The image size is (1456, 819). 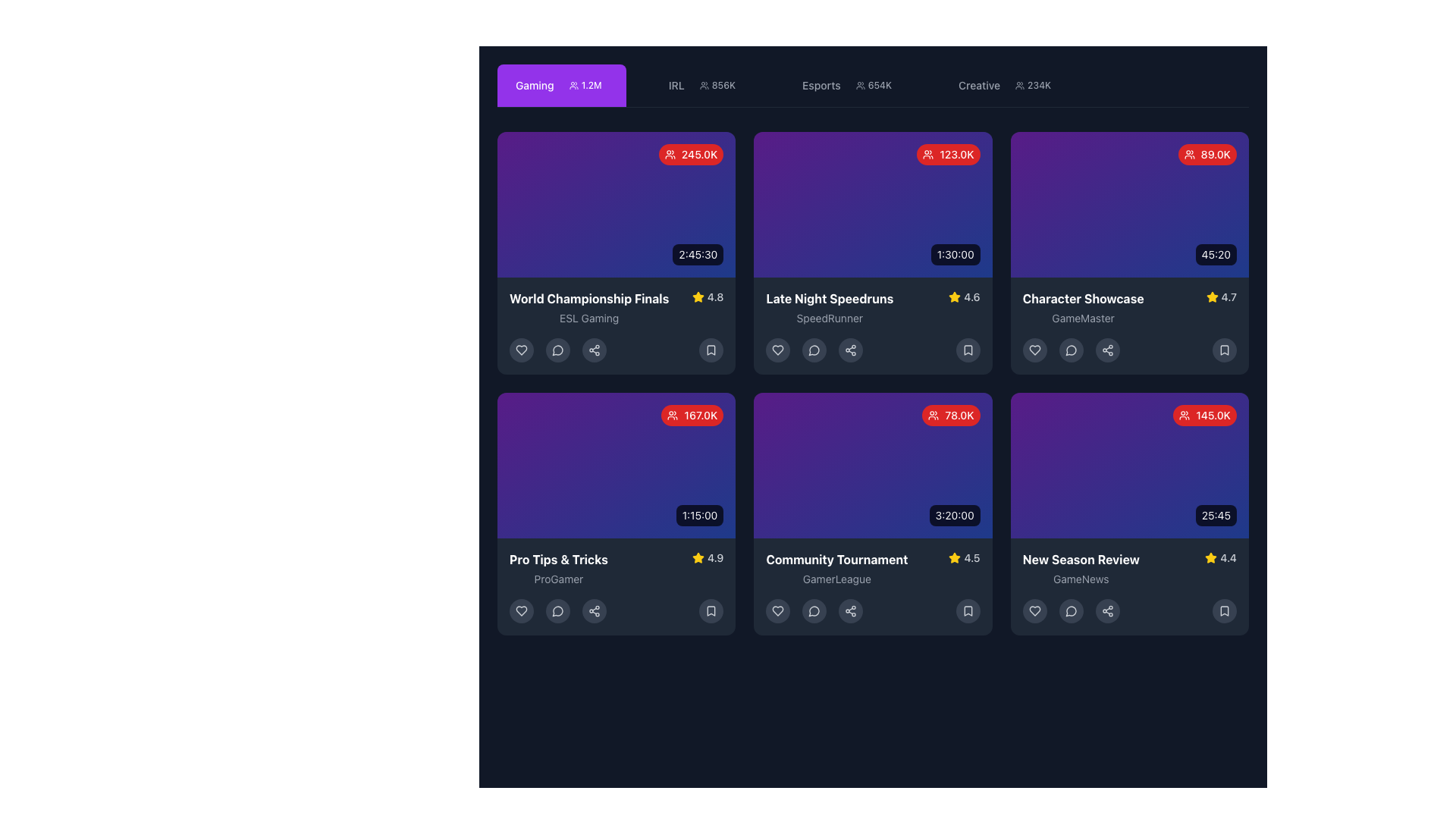 I want to click on the bookmark icon located in the bottom right corner of the 'Late Night Speedruns' card, so click(x=967, y=350).